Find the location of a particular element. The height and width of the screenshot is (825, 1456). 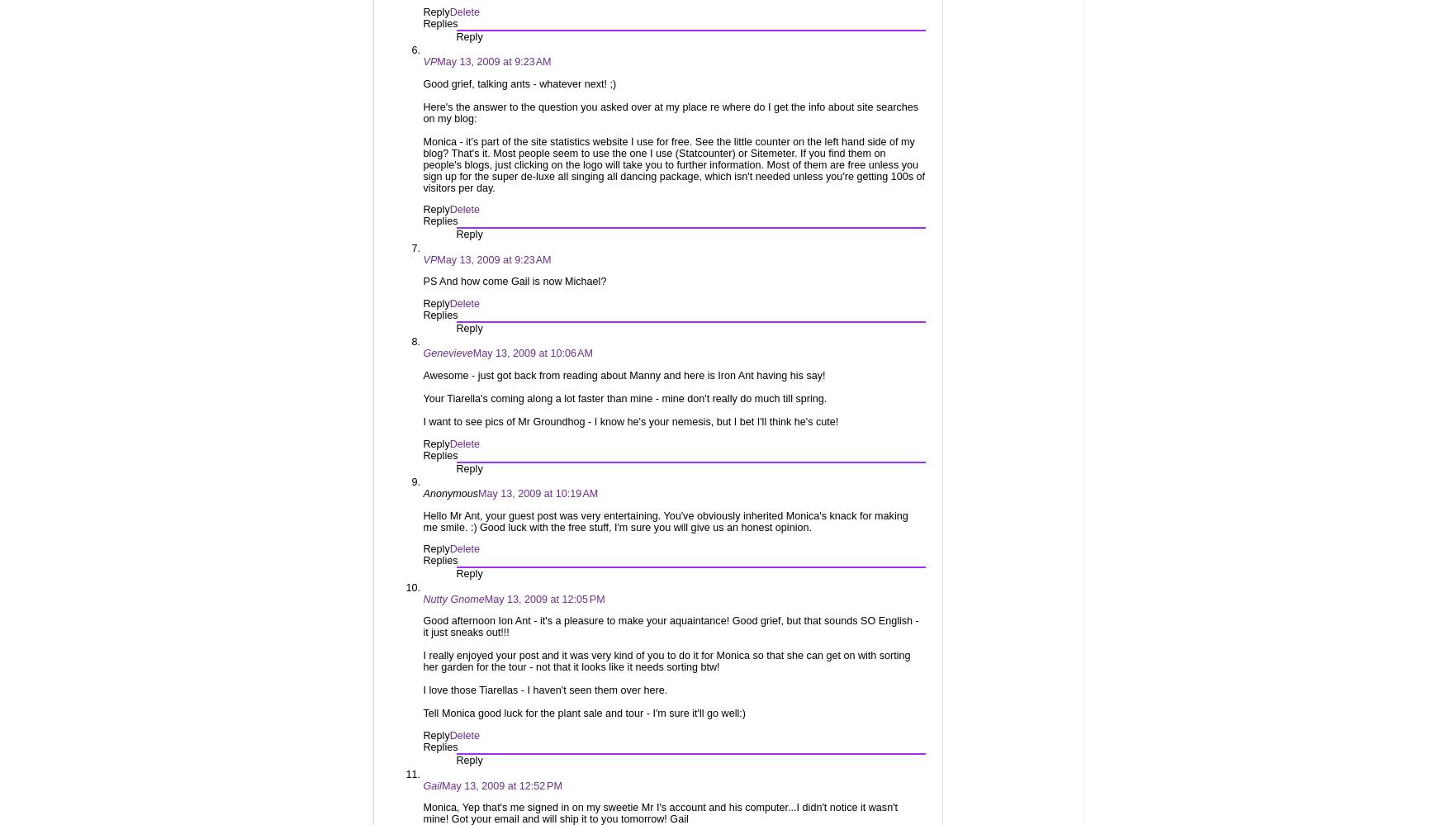

'May 13, 2009 at 12:05 PM' is located at coordinates (544, 597).